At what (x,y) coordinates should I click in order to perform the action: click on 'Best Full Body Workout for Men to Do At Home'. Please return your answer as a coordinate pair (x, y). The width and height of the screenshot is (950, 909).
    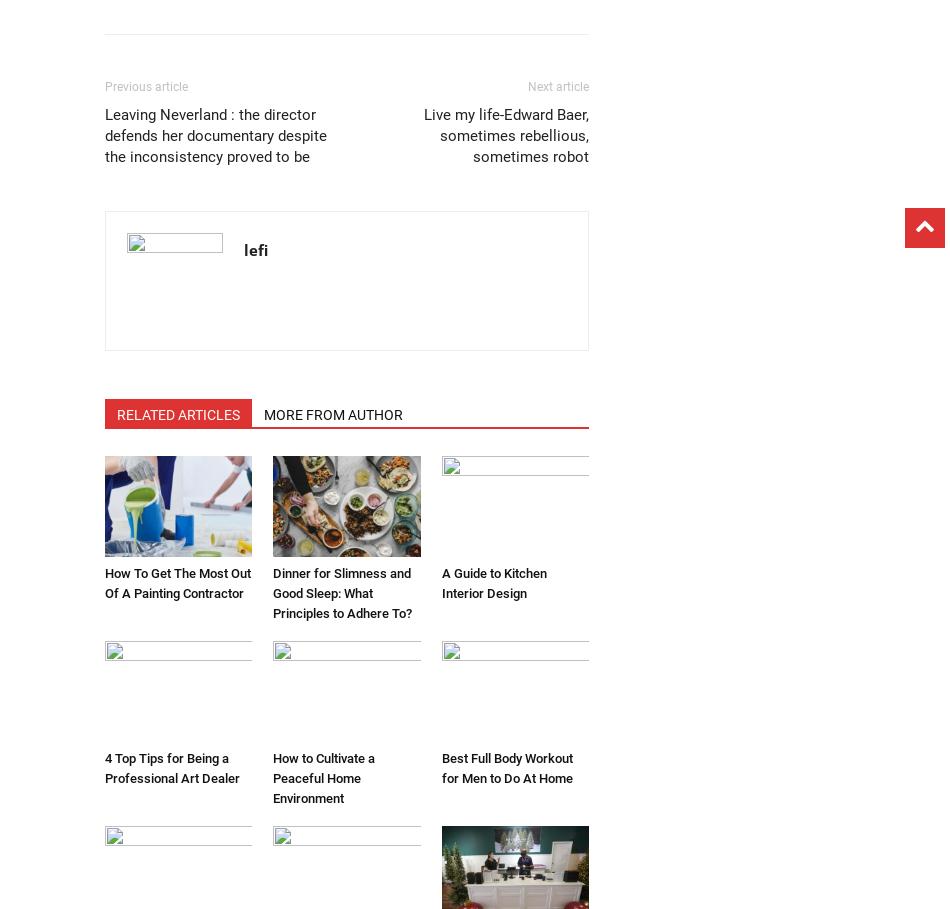
    Looking at the image, I should click on (439, 768).